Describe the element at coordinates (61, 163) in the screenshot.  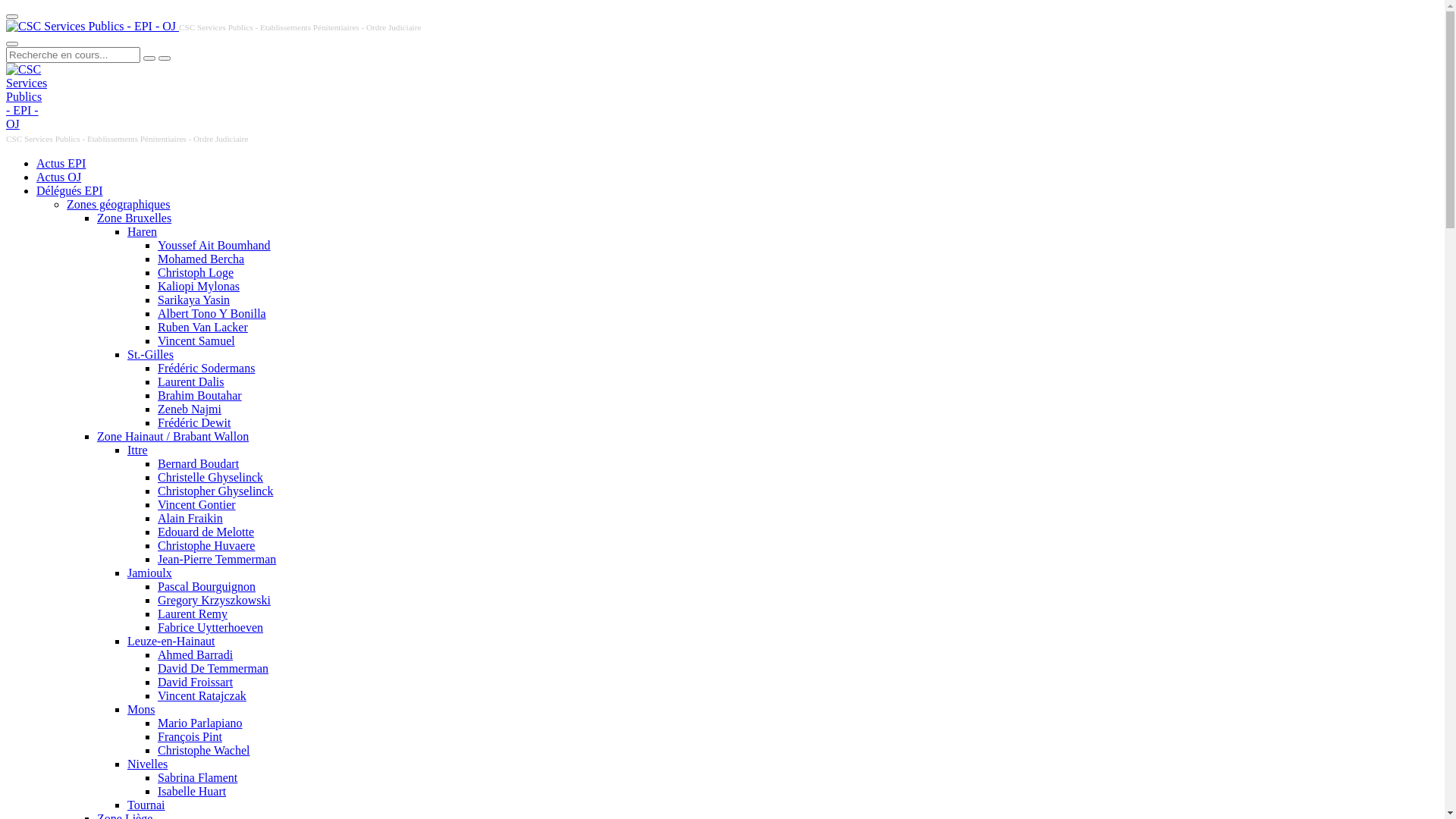
I see `'Actus EPI'` at that location.